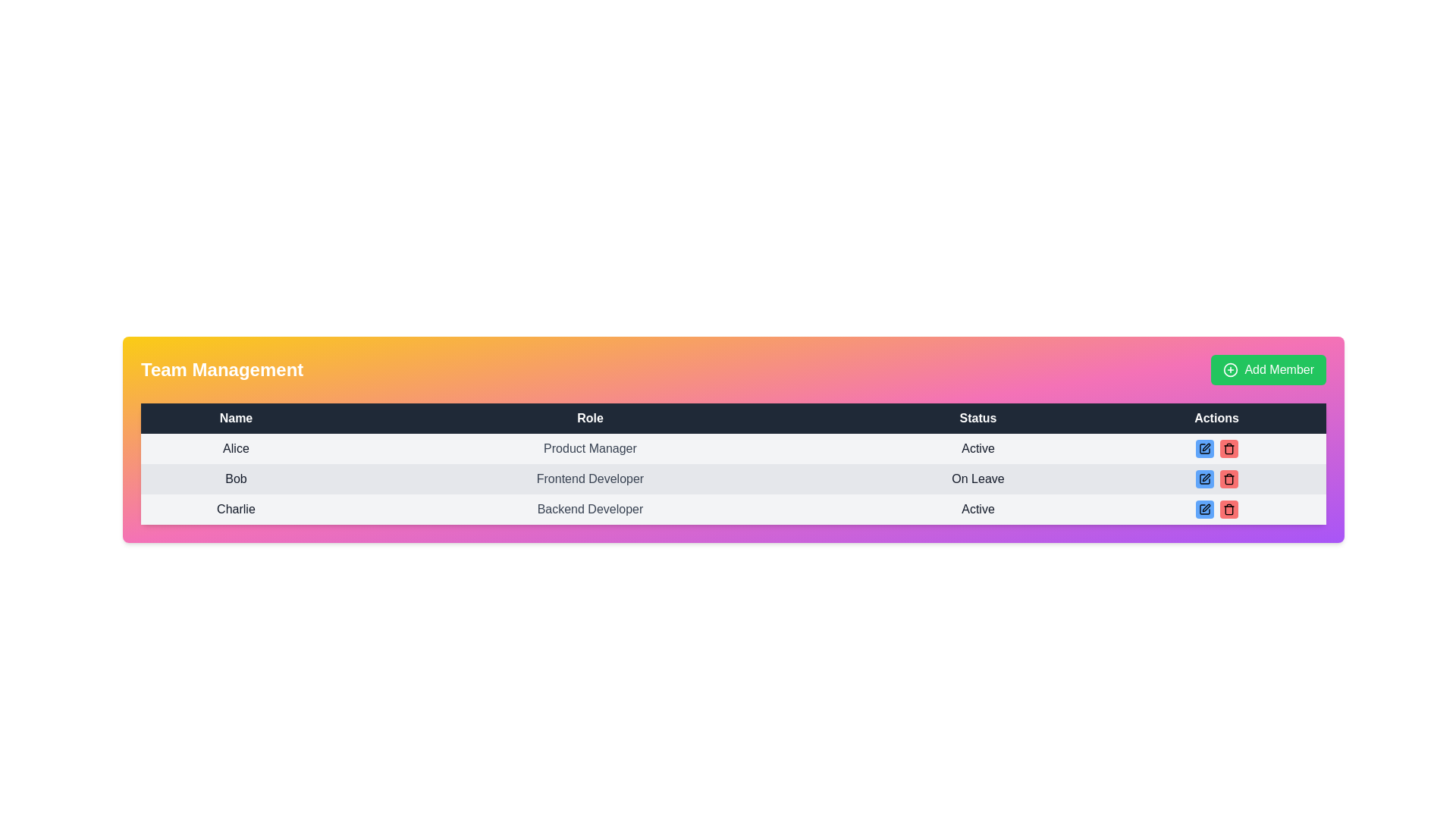 The height and width of the screenshot is (819, 1456). Describe the element at coordinates (978, 509) in the screenshot. I see `the 'Status' text label for 'Charlie' located in the third column of the table` at that location.